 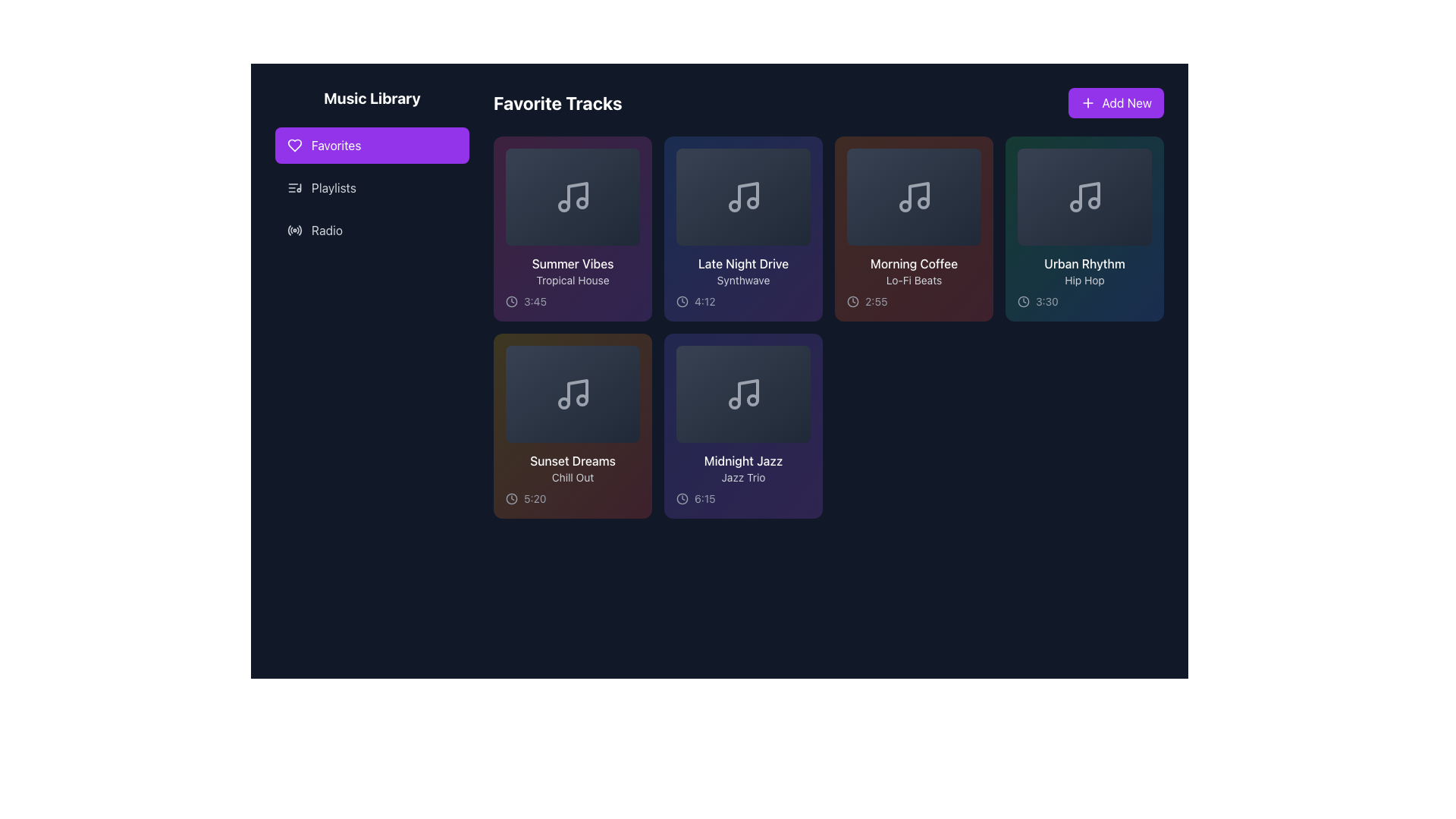 What do you see at coordinates (372, 99) in the screenshot?
I see `the bold text label 'Music Library' which is prominently displayed at the top of the navigation sidebar on the left` at bounding box center [372, 99].